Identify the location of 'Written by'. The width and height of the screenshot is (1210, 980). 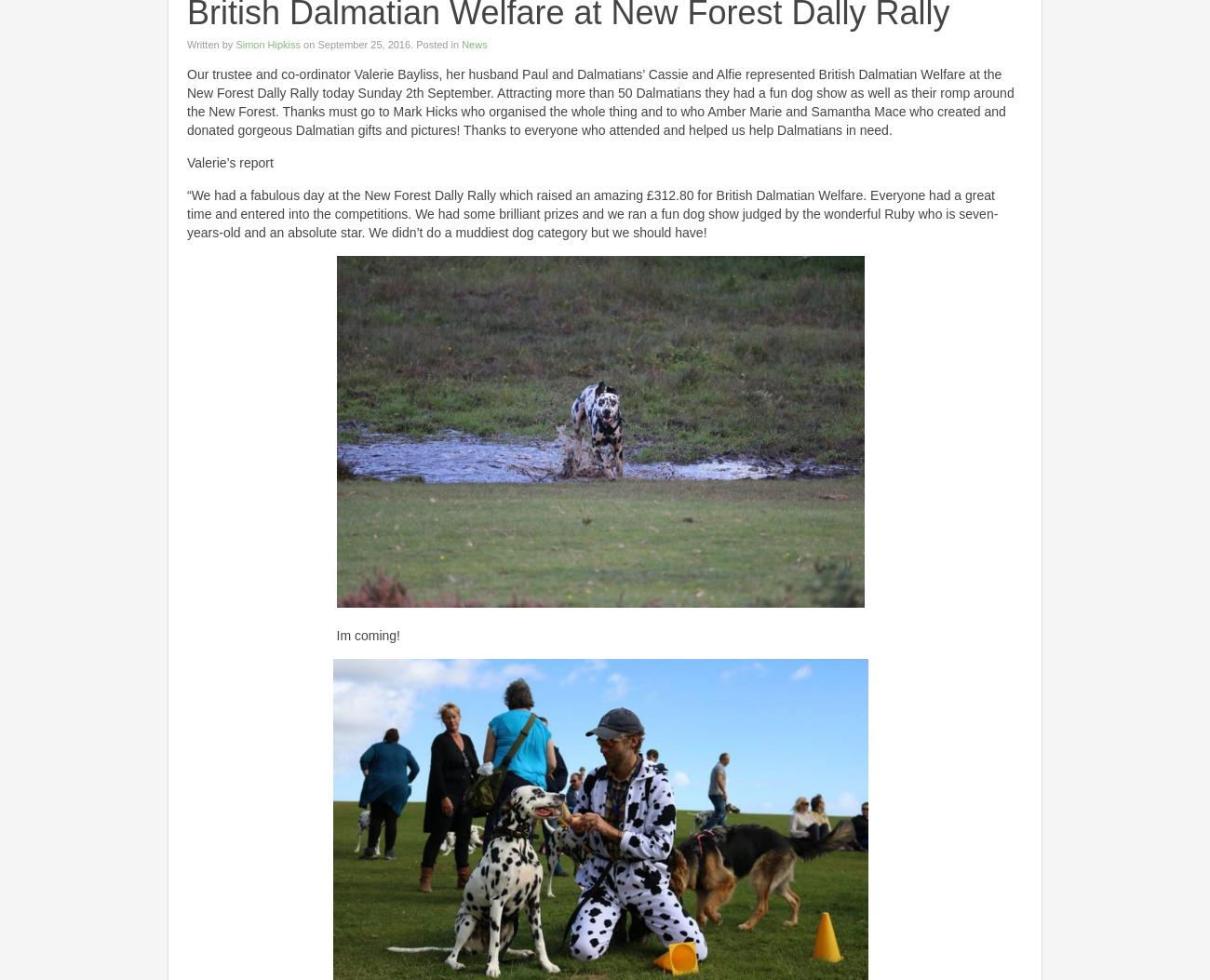
(209, 45).